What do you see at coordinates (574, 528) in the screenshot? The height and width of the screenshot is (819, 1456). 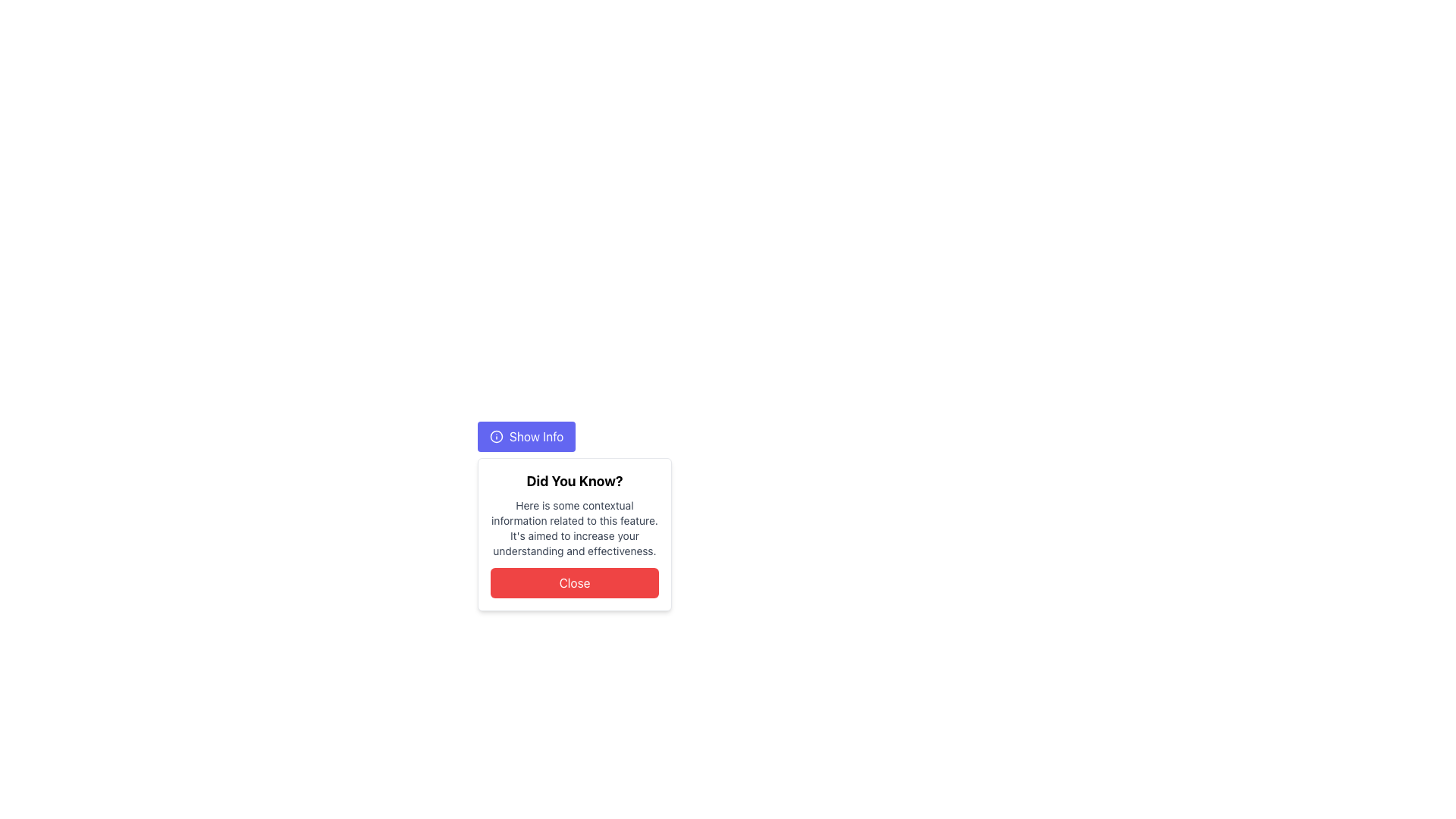 I see `the Text Block that displays additional information below the 'Did You Know?' header and above the 'Close' button` at bounding box center [574, 528].